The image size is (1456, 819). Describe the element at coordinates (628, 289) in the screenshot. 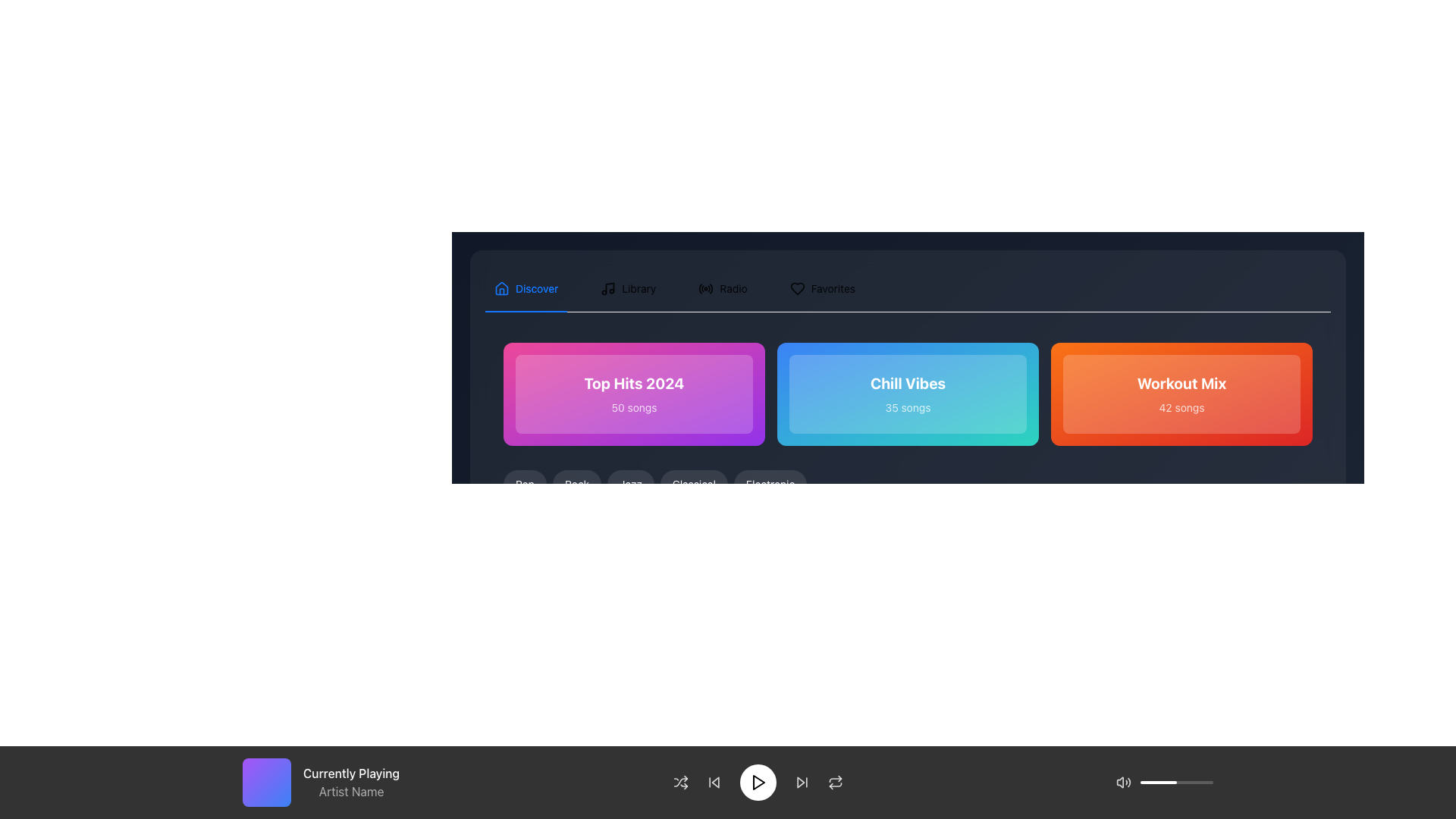

I see `the Library tab in the navigation bar` at that location.